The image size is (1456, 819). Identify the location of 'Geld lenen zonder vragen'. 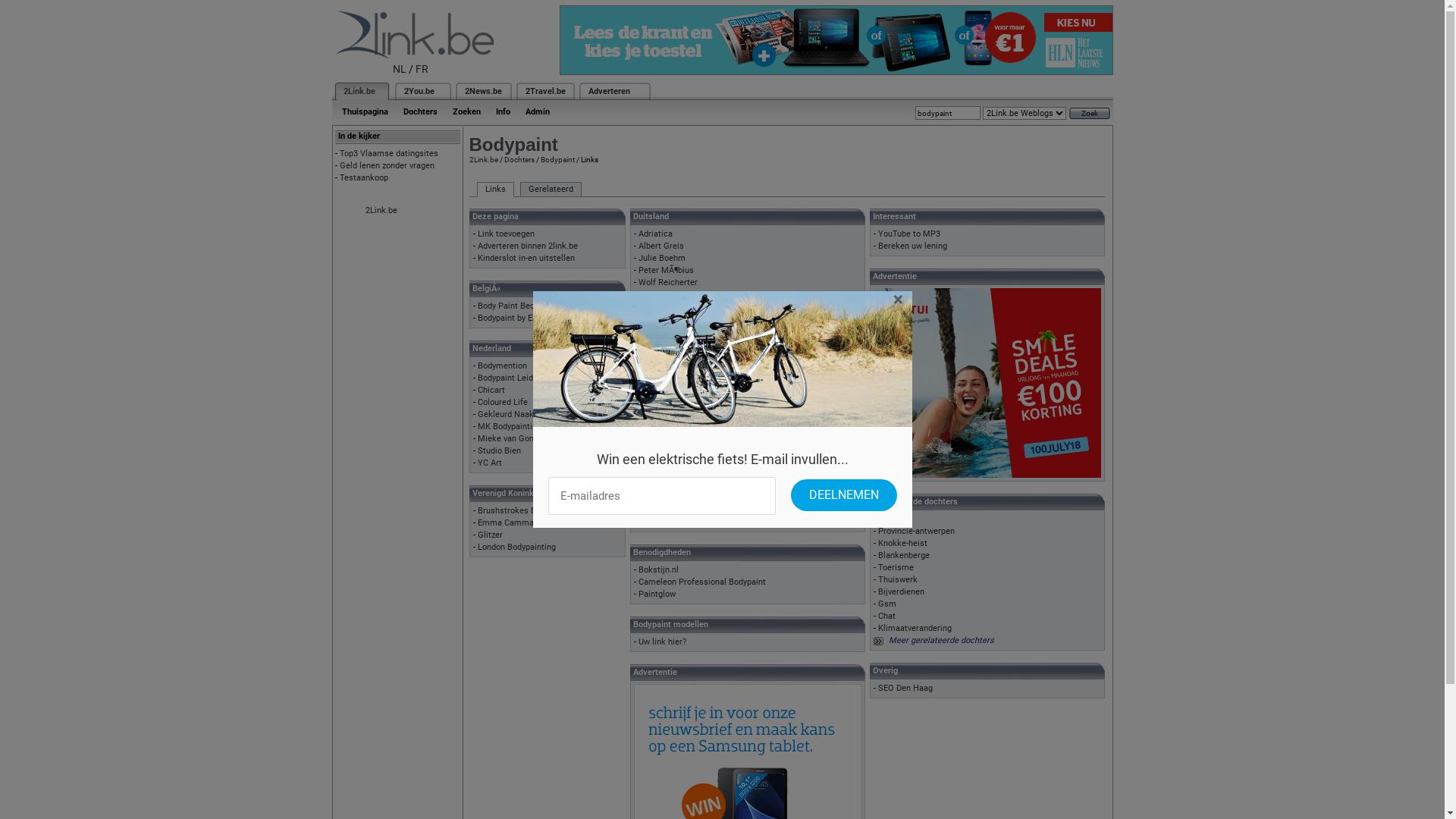
(338, 165).